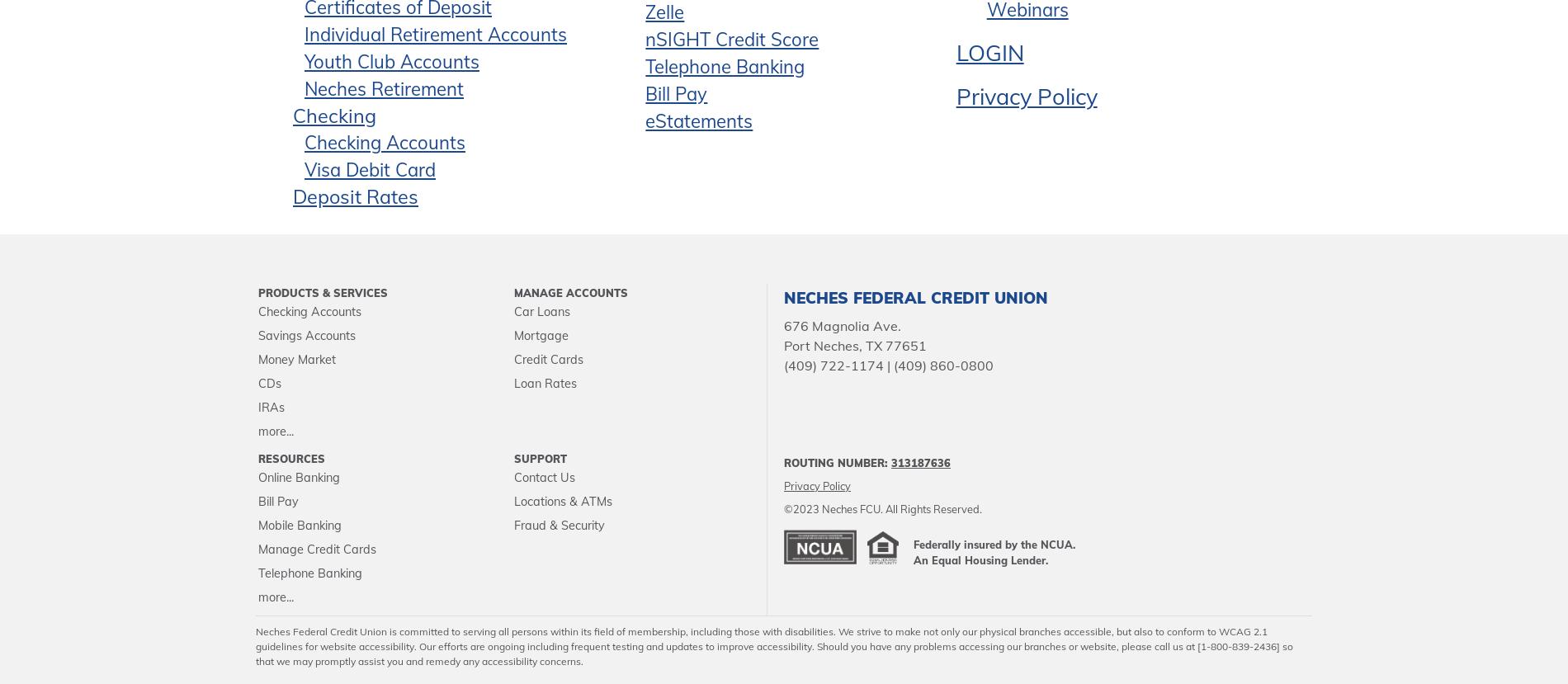  I want to click on 'IRAs', so click(271, 407).